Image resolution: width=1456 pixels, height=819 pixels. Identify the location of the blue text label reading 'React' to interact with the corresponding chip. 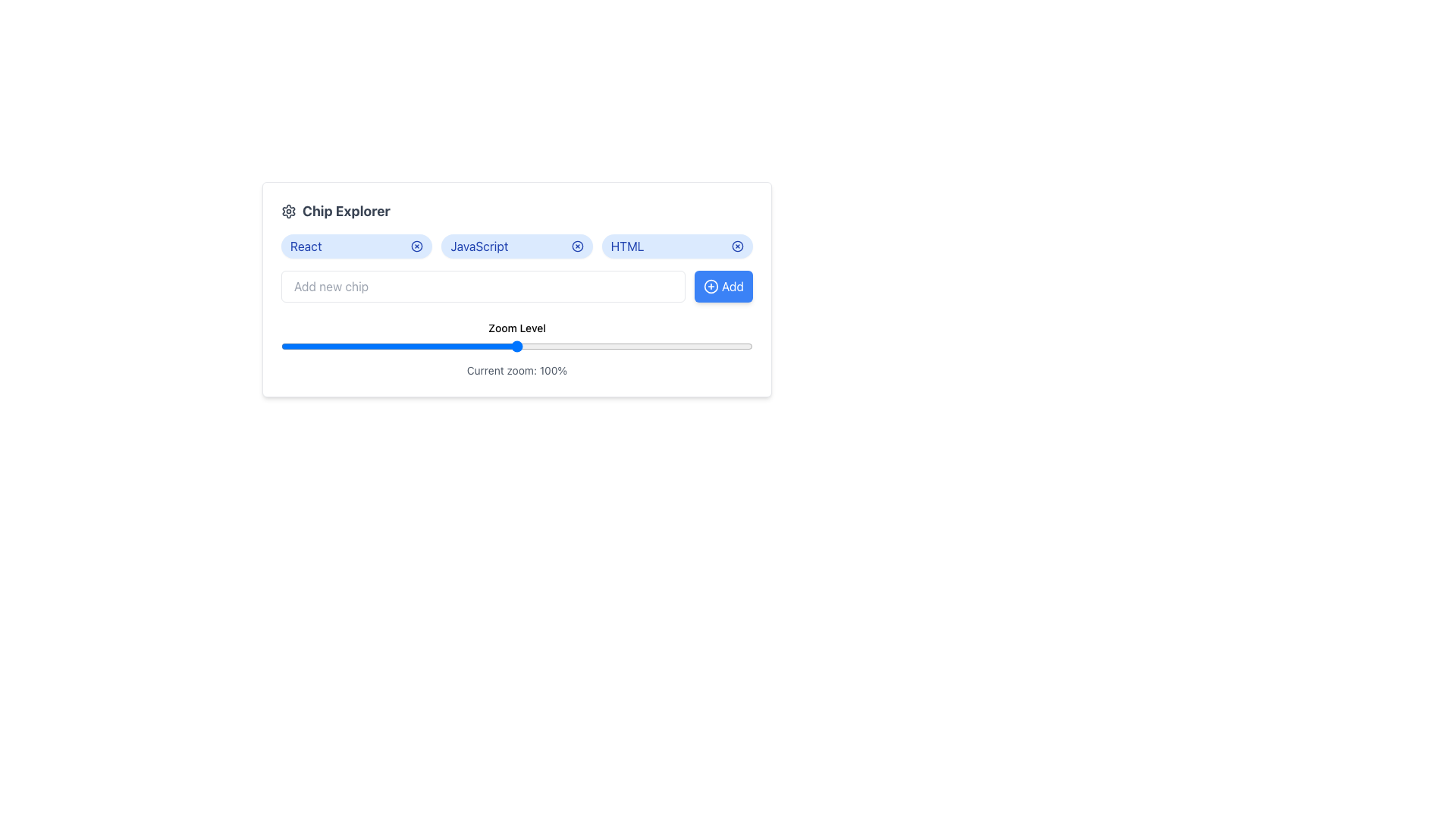
(305, 245).